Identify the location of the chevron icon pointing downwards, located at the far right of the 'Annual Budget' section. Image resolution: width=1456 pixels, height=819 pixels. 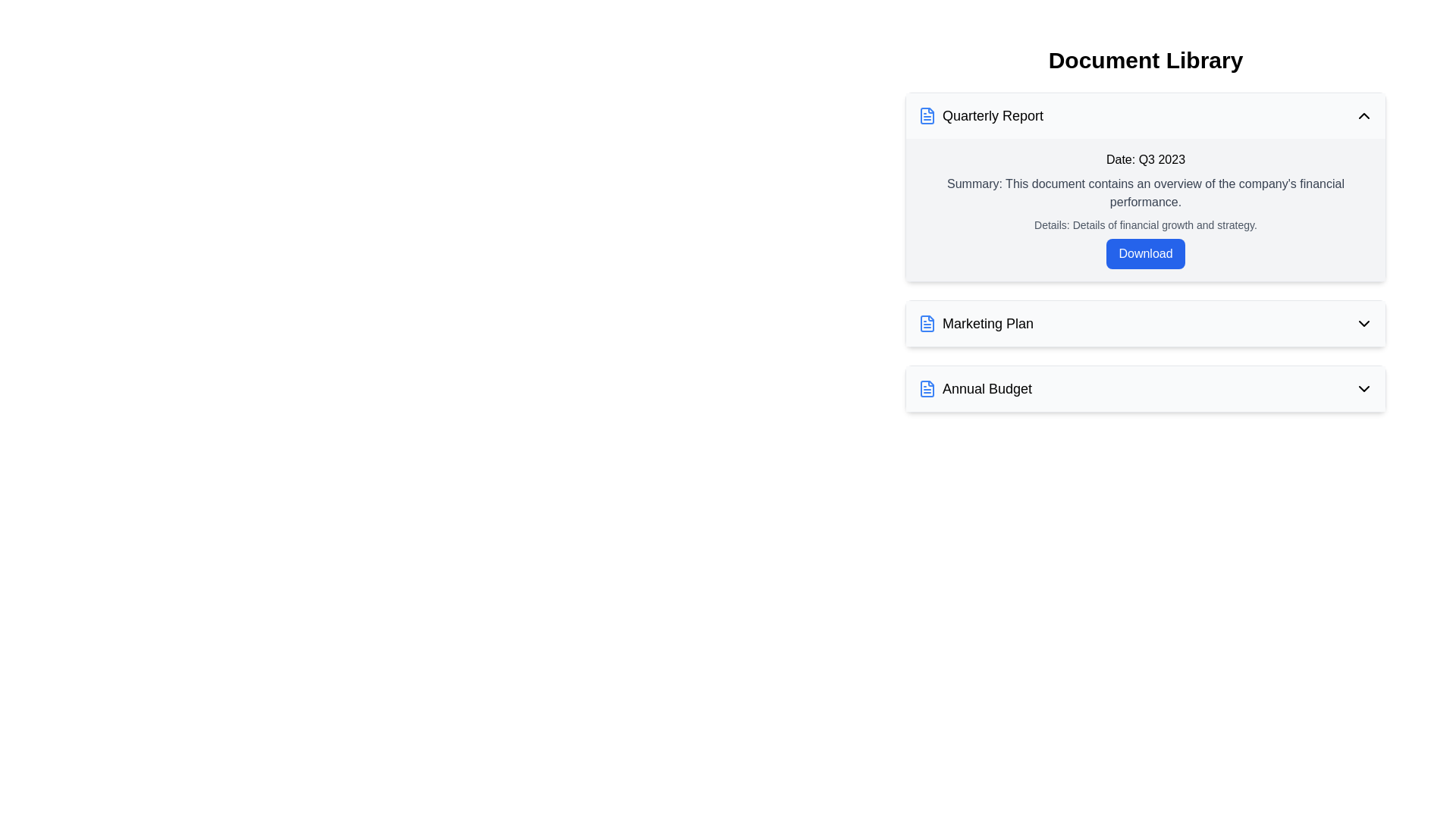
(1364, 388).